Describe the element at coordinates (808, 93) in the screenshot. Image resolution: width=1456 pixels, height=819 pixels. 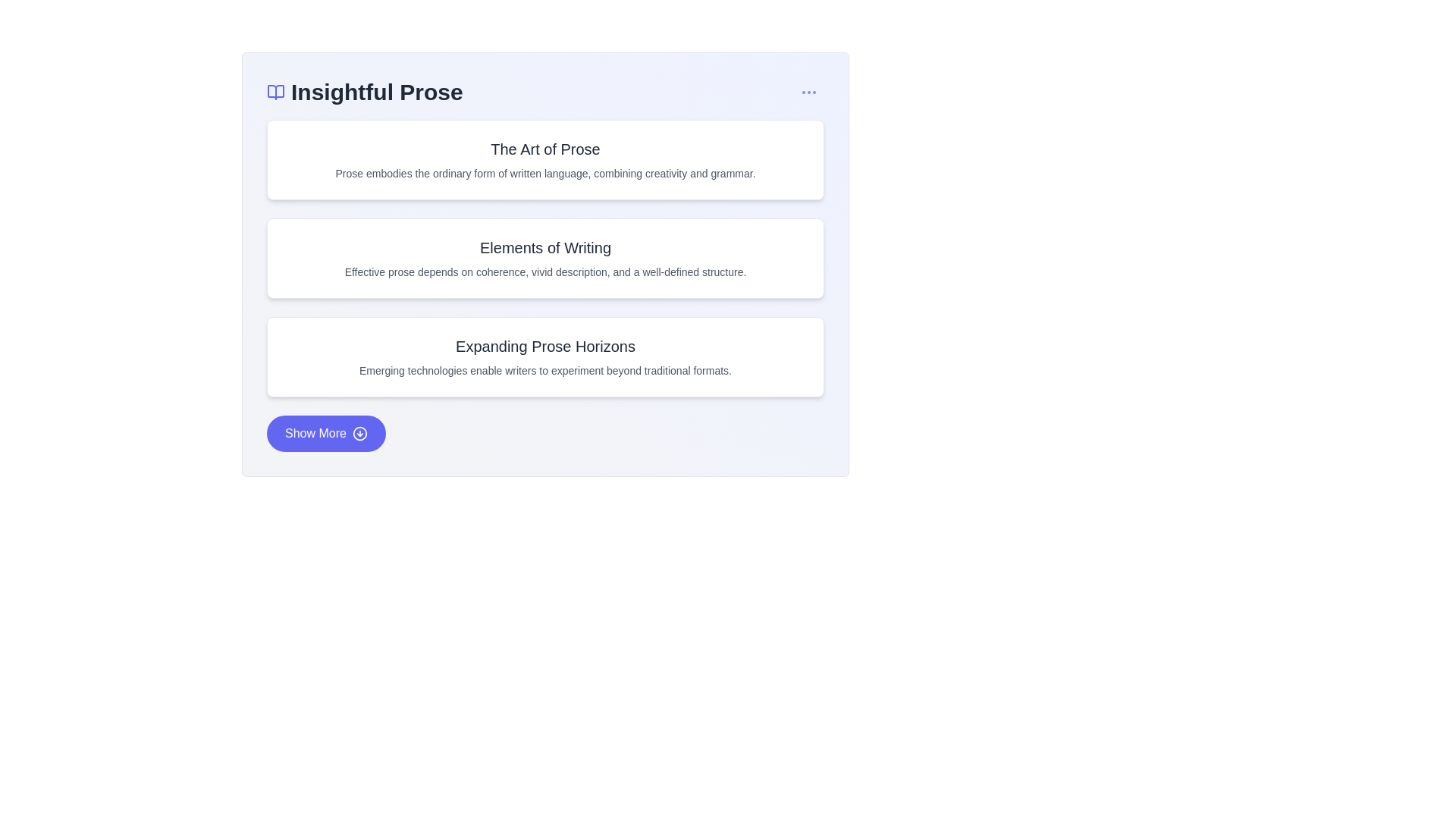
I see `the options menu icon, which is represented by three dark indigo dots in a horizontal arrangement, located at the top-right corner of the 'Insightful Prose' card` at that location.